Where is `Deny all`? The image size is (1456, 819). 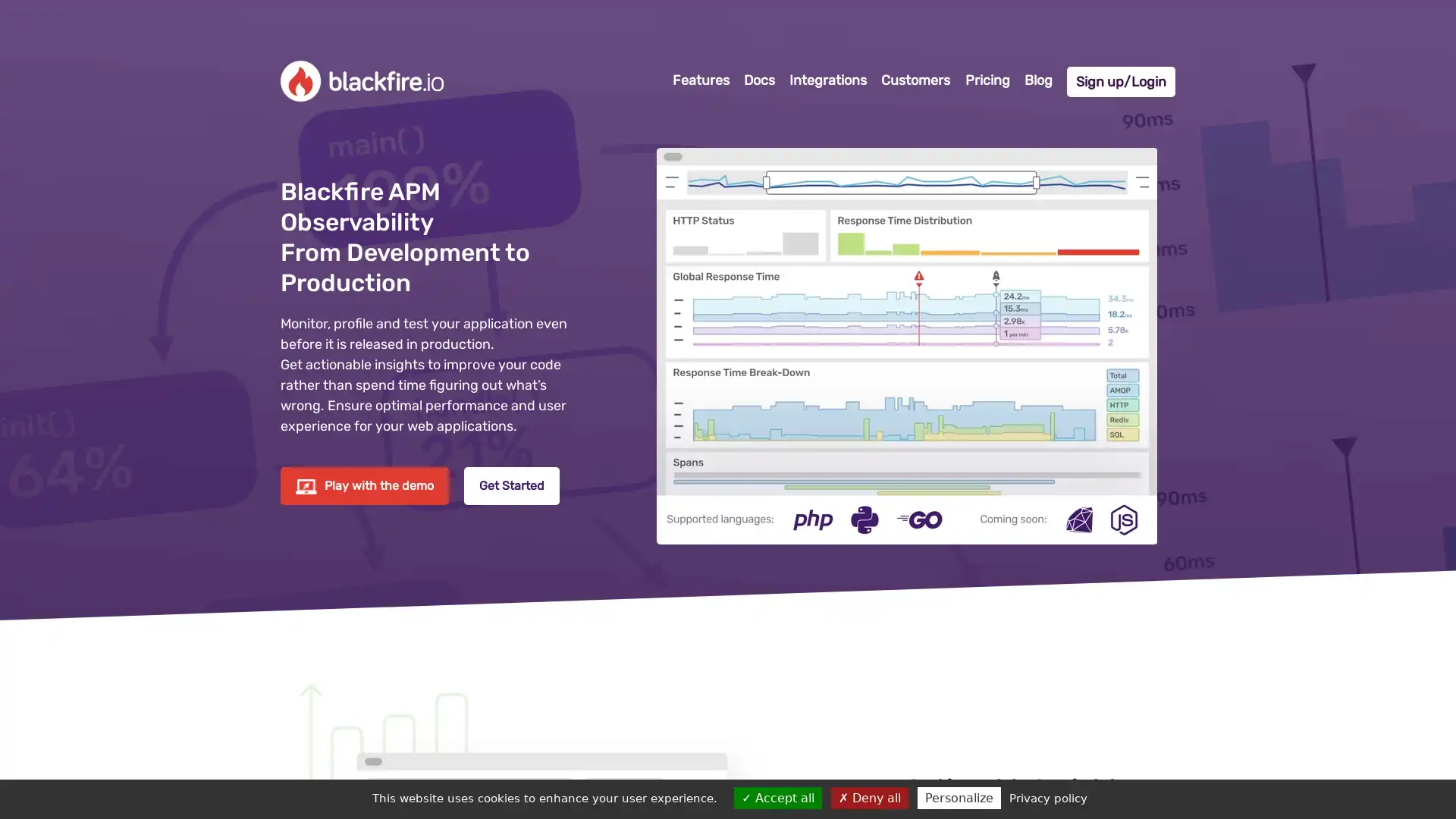
Deny all is located at coordinates (869, 797).